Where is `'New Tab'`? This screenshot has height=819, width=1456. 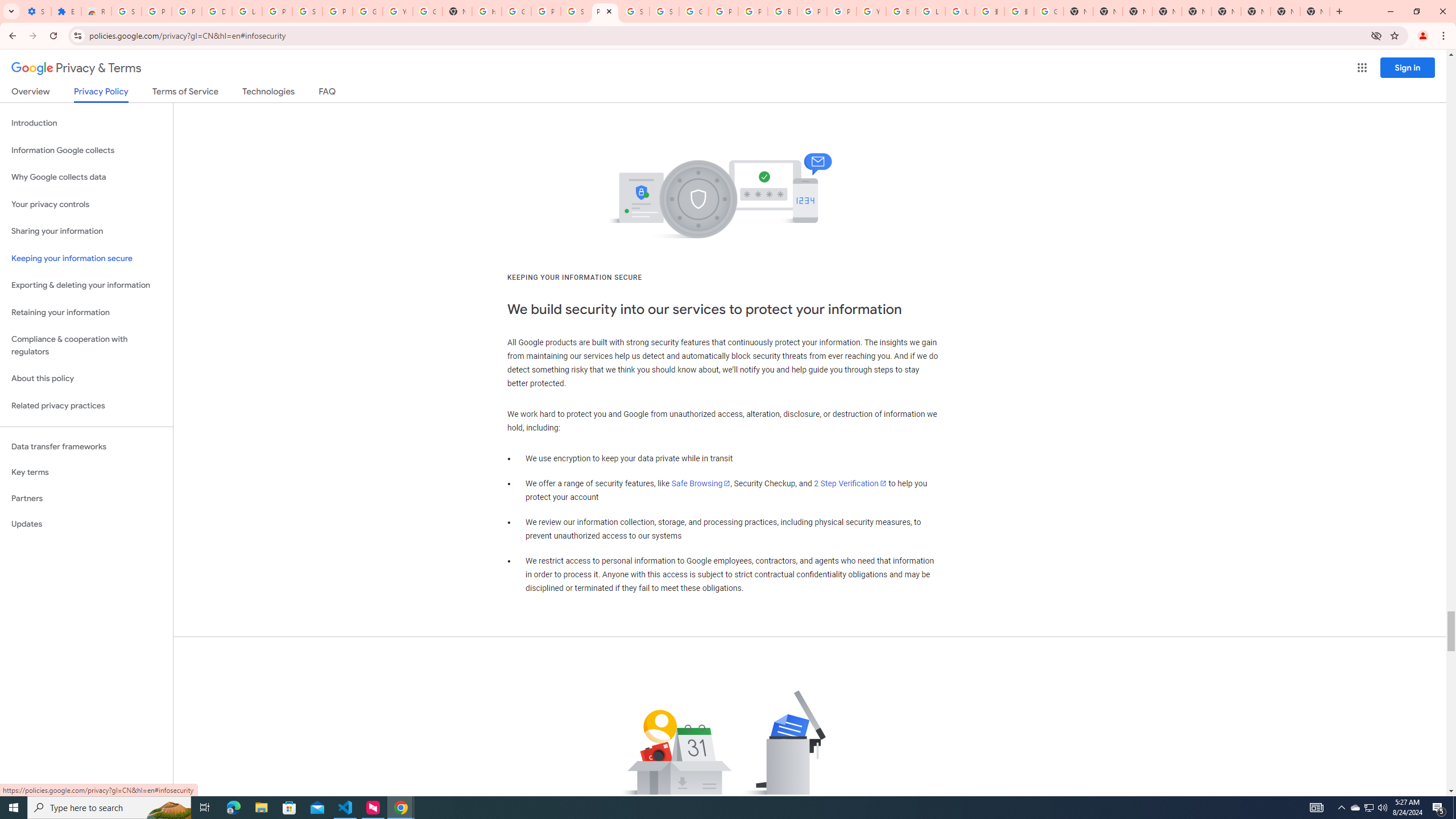 'New Tab' is located at coordinates (1314, 11).